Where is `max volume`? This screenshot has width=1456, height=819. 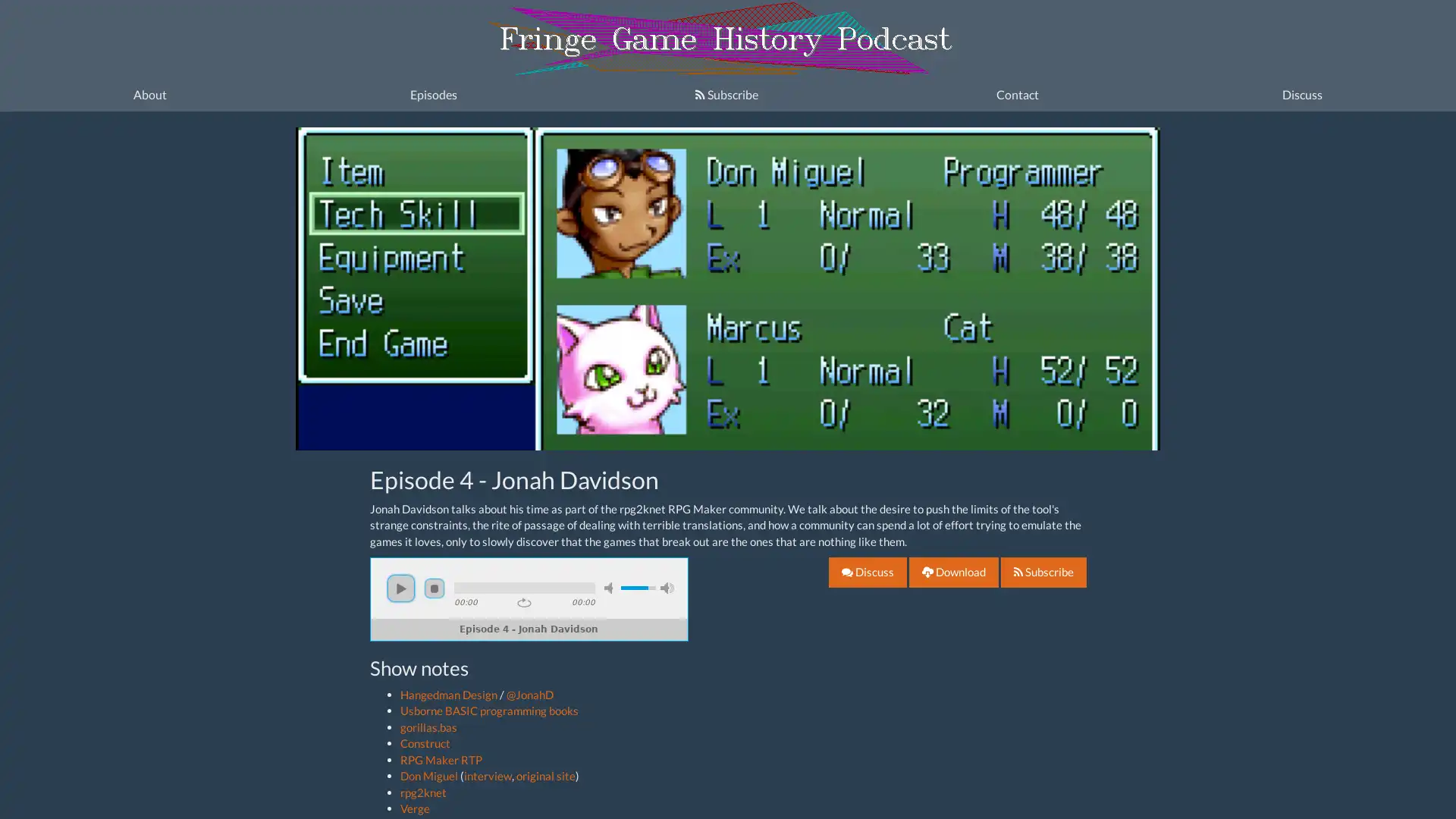 max volume is located at coordinates (666, 587).